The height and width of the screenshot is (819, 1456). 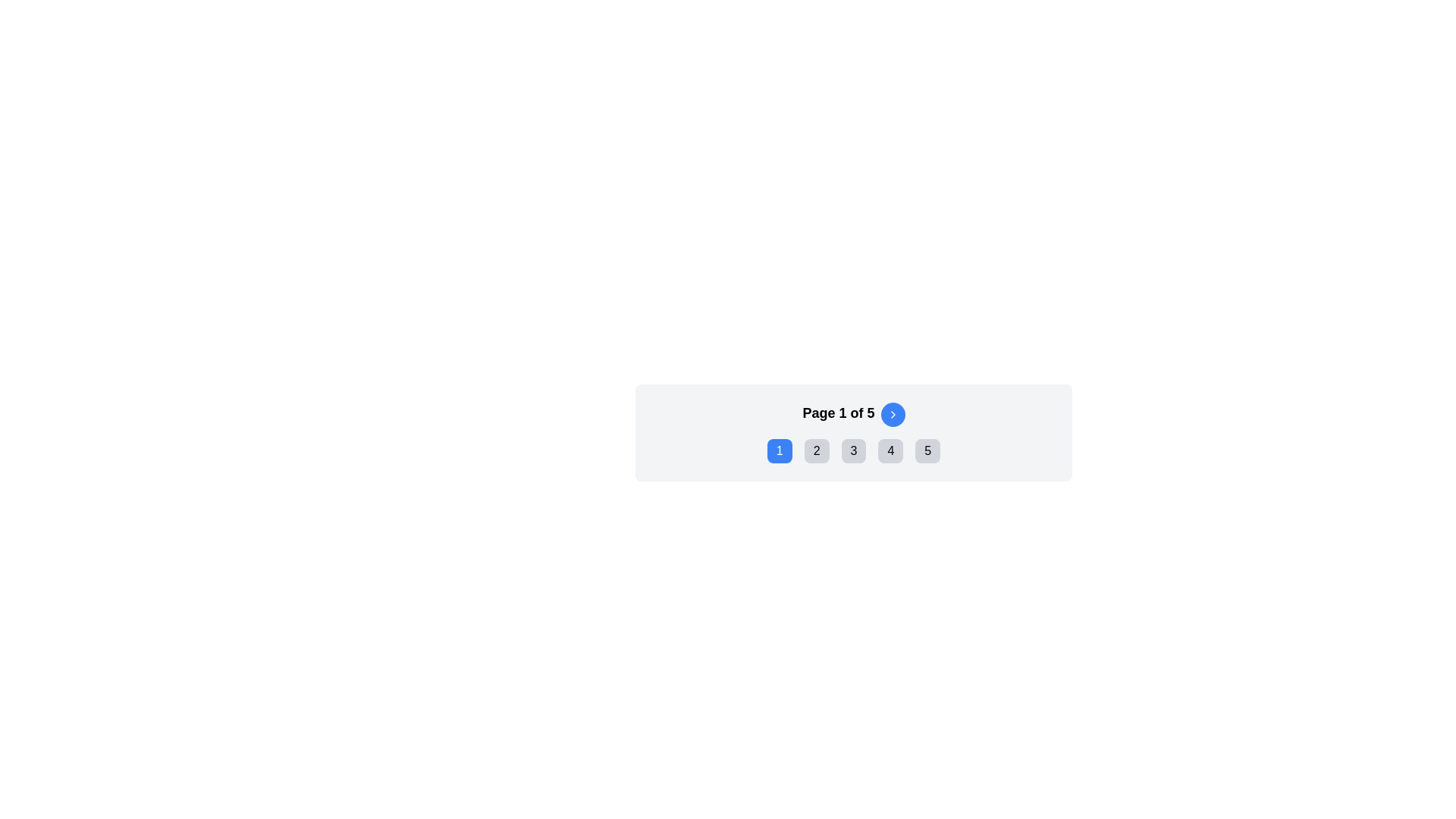 I want to click on the Pagination Button that navigates to page 3, so click(x=854, y=450).